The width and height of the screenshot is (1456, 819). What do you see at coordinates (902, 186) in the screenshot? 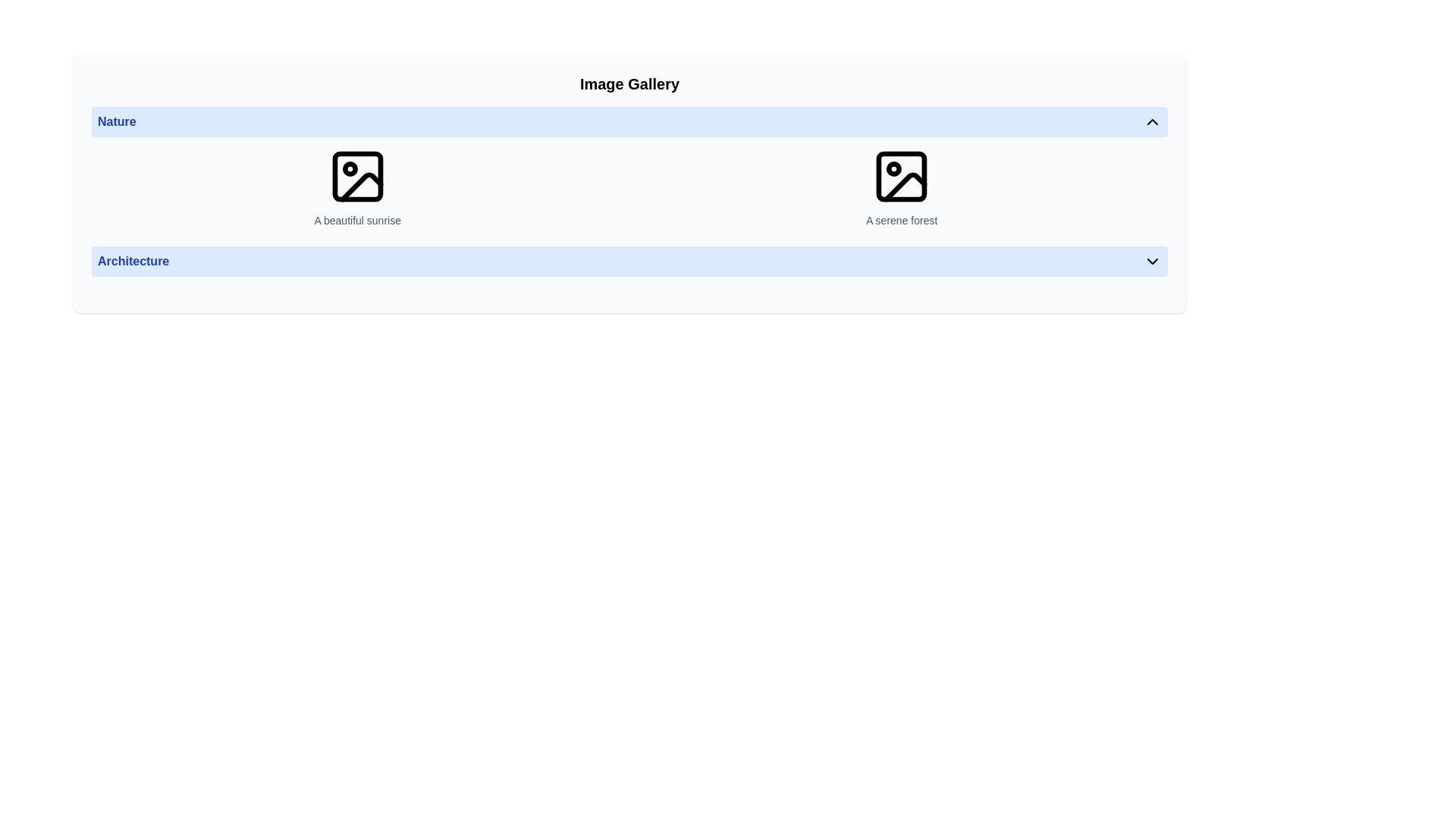
I see `the Icon with descriptive text representing a serene forest, located in the second column of the Nature gallery section` at bounding box center [902, 186].